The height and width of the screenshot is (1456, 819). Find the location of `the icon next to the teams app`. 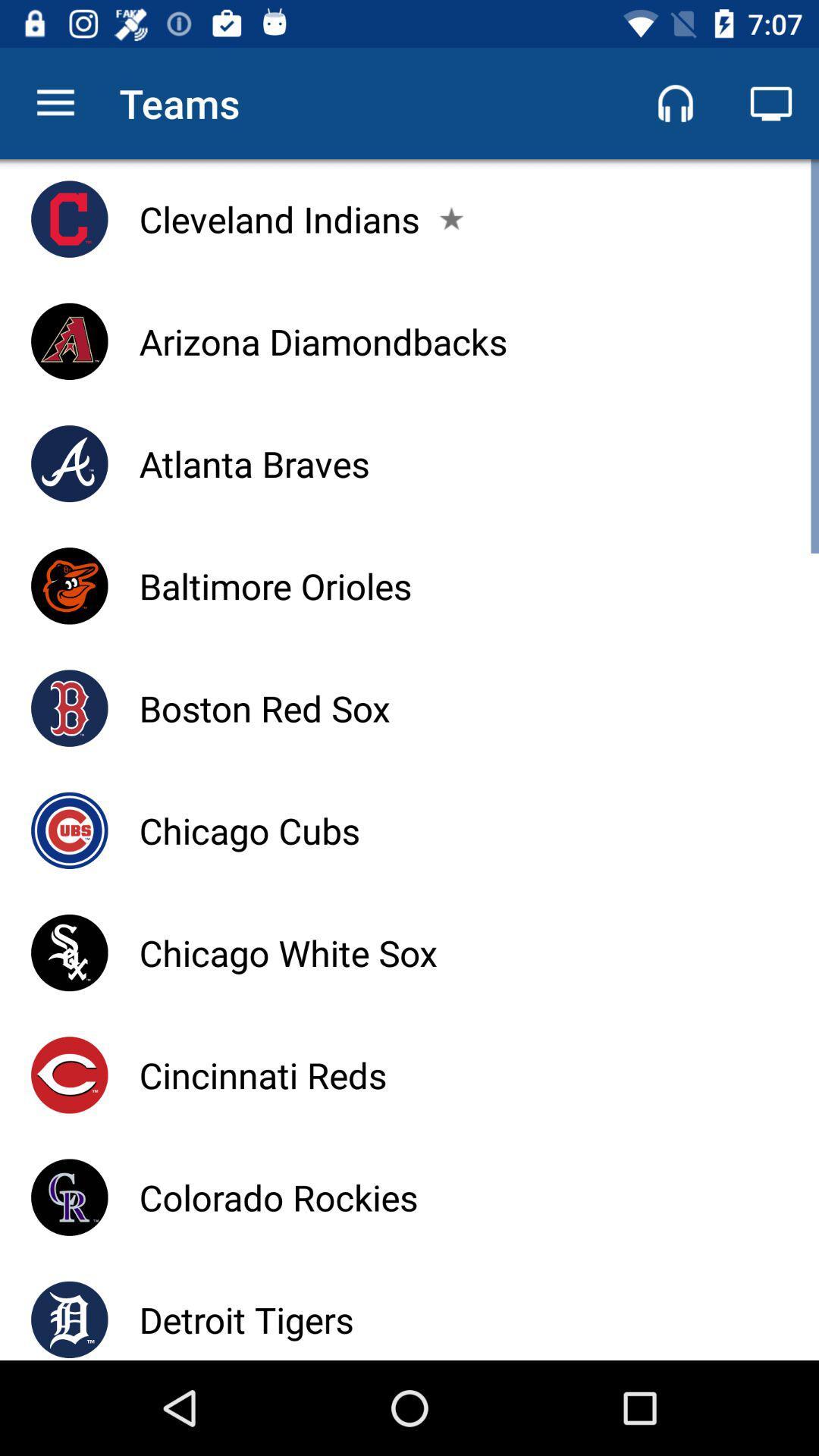

the icon next to the teams app is located at coordinates (55, 102).